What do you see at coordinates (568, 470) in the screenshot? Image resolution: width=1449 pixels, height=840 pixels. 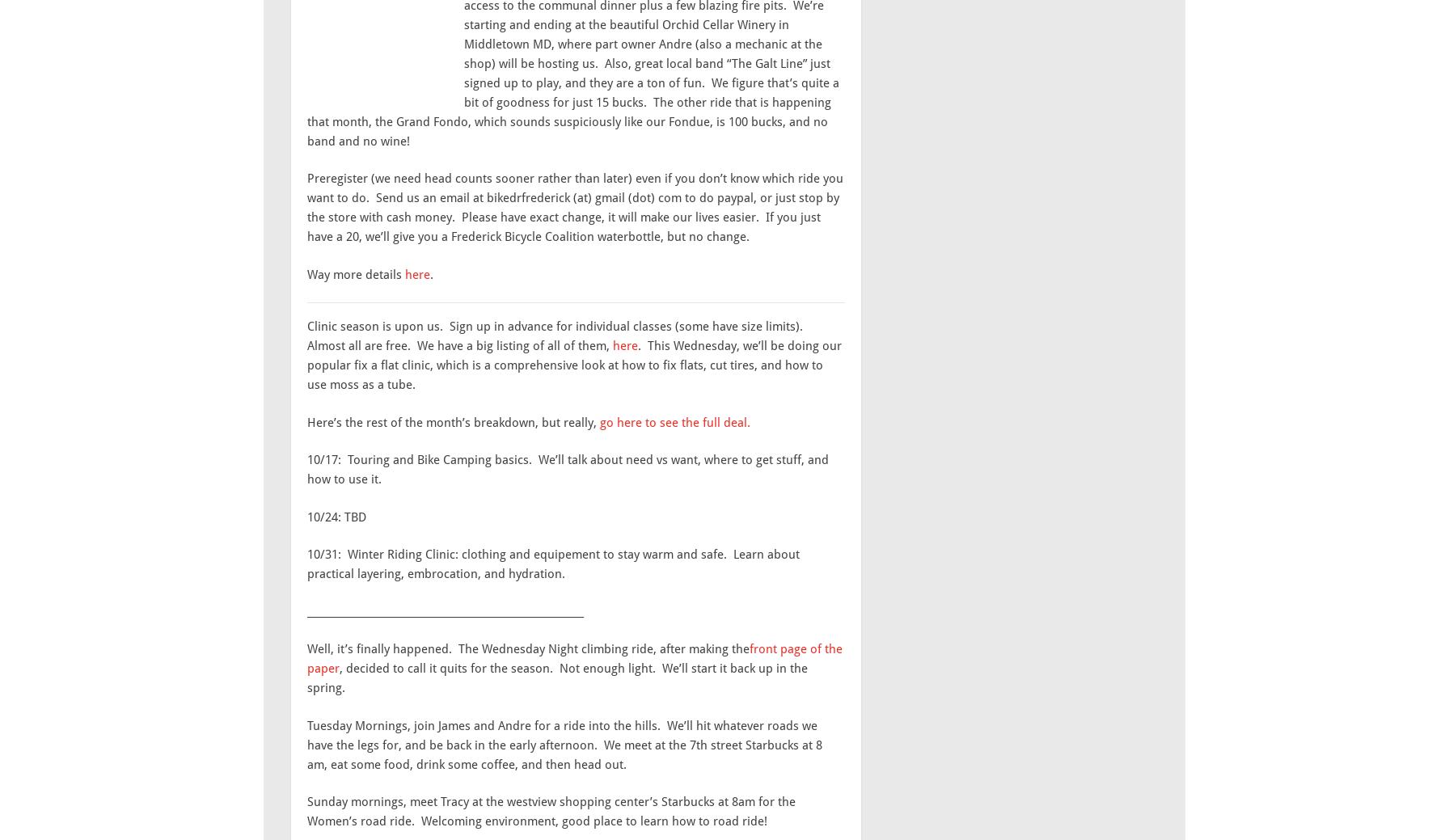 I see `'10/17:  Touring and Bike Camping basics.  We’ll talk about need vs want, where to get stuff, and how to use it.'` at bounding box center [568, 470].